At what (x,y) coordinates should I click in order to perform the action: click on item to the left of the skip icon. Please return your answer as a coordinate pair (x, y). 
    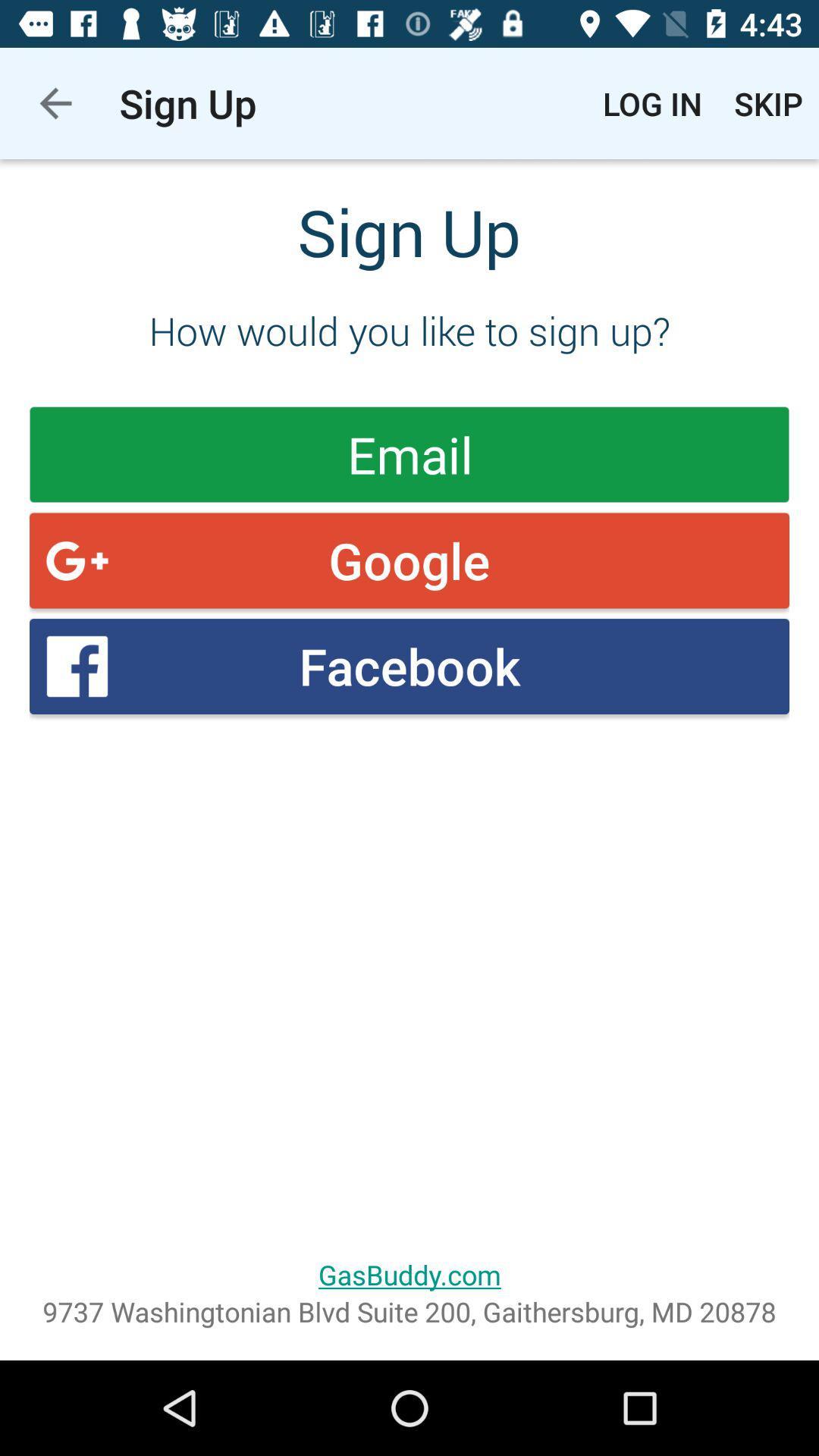
    Looking at the image, I should click on (651, 102).